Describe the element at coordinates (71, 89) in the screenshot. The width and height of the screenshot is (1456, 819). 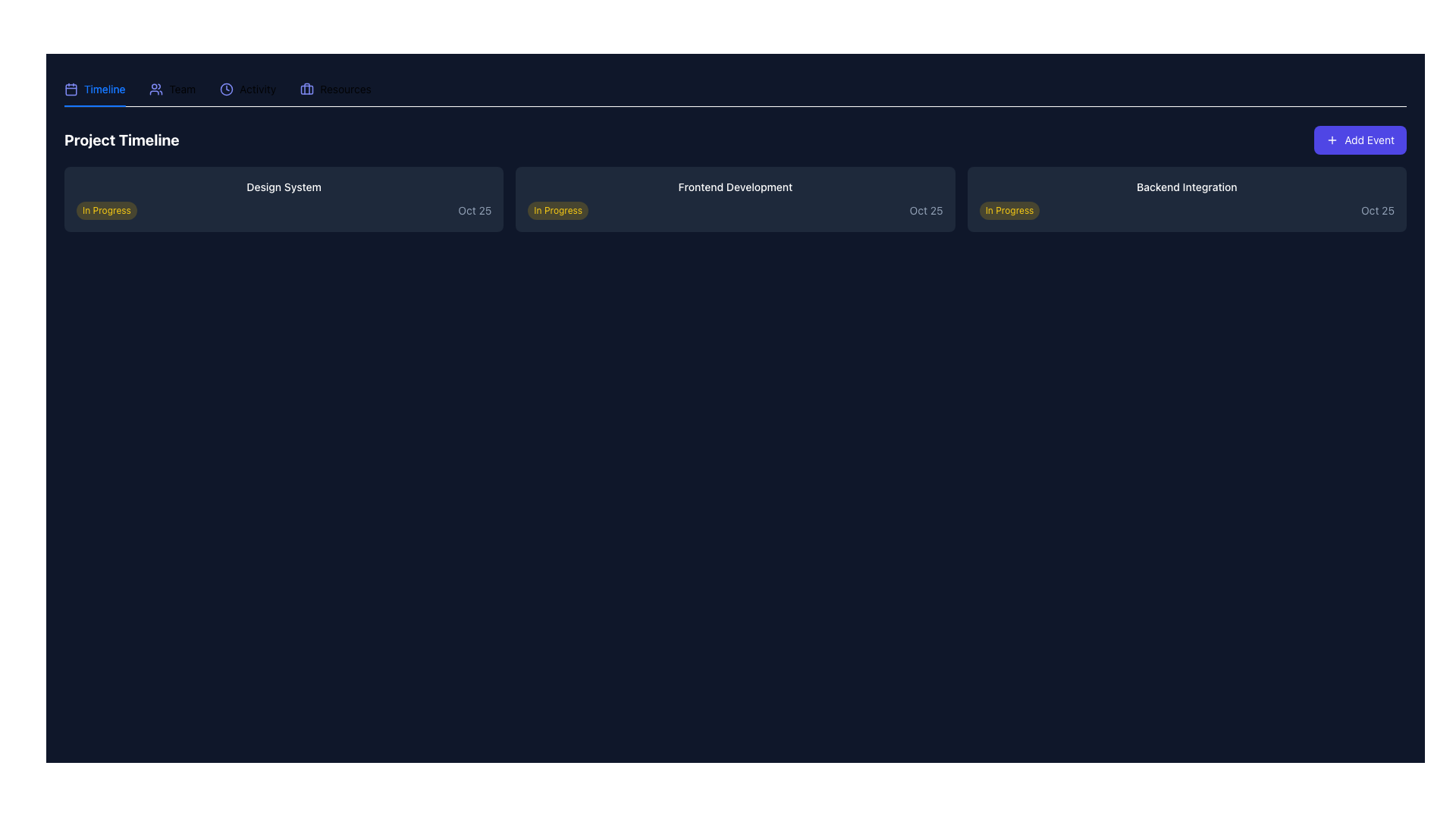
I see `the calendar icon located to the left of the 'Timeline' text in the top-left section of the interface` at that location.